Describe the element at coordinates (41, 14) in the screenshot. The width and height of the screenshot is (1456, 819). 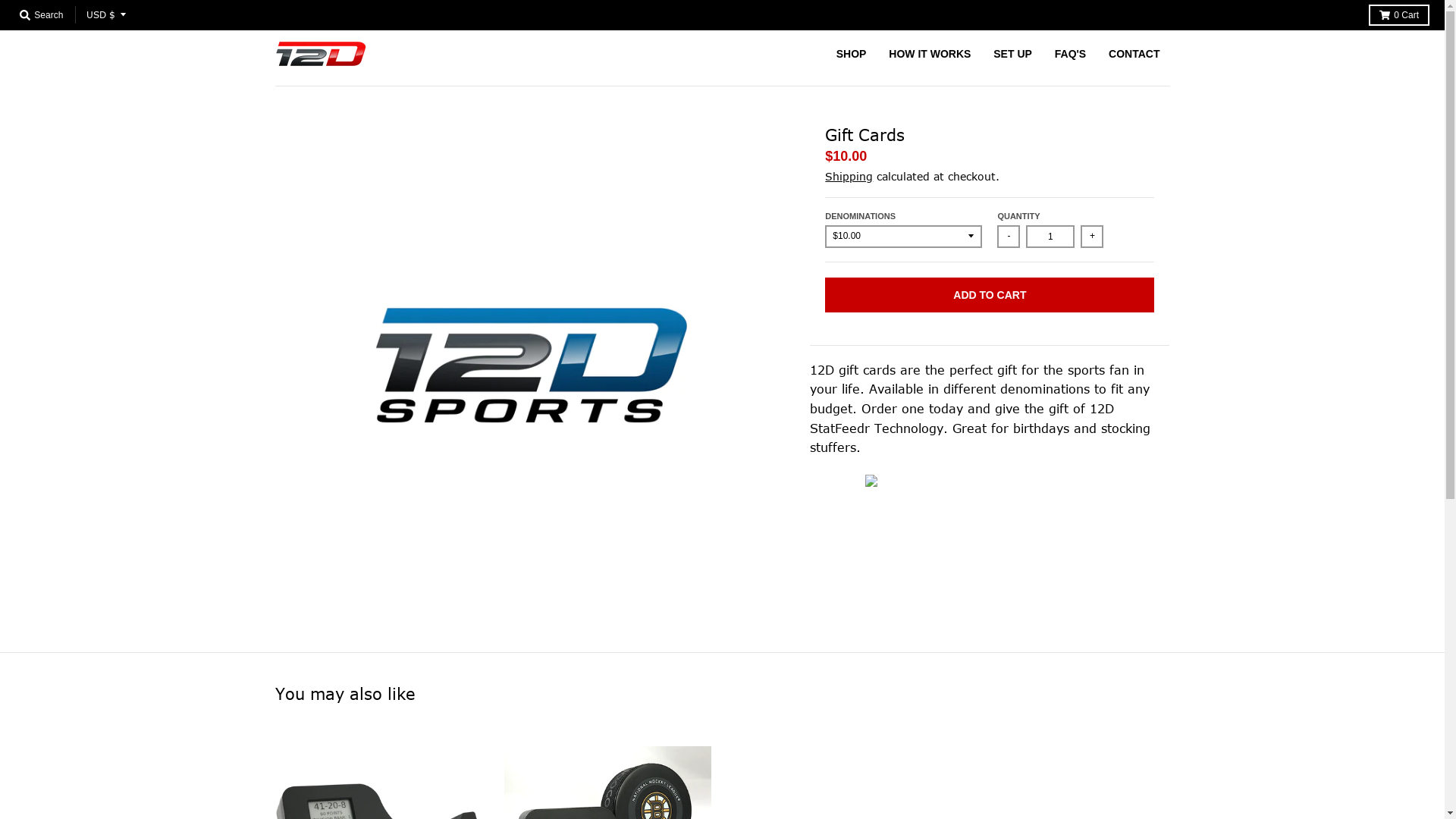
I see `'Search'` at that location.